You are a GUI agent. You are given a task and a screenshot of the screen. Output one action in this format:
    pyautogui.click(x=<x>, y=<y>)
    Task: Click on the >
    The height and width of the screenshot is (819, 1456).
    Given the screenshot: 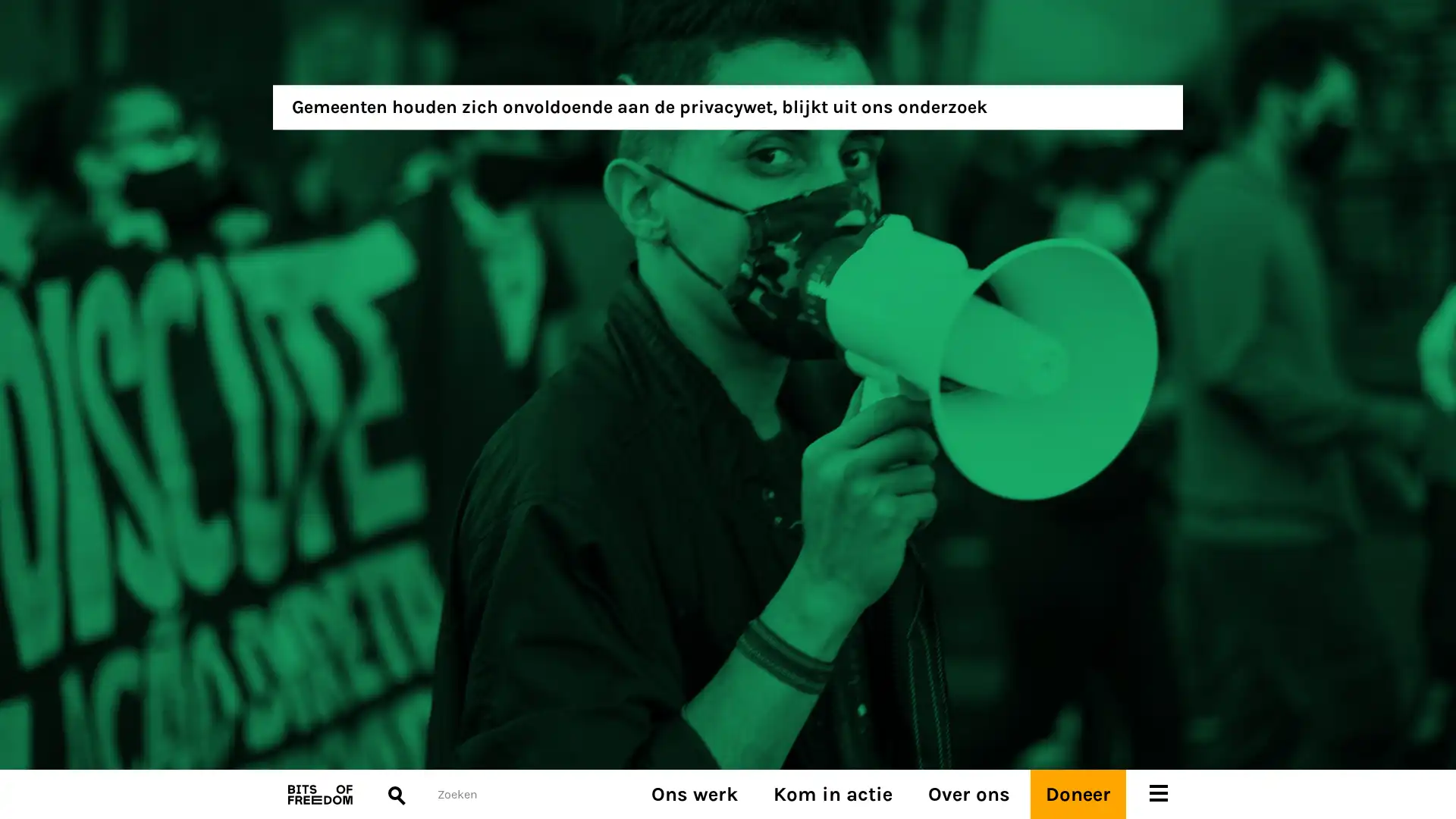 What is the action you would take?
    pyautogui.click(x=757, y=467)
    